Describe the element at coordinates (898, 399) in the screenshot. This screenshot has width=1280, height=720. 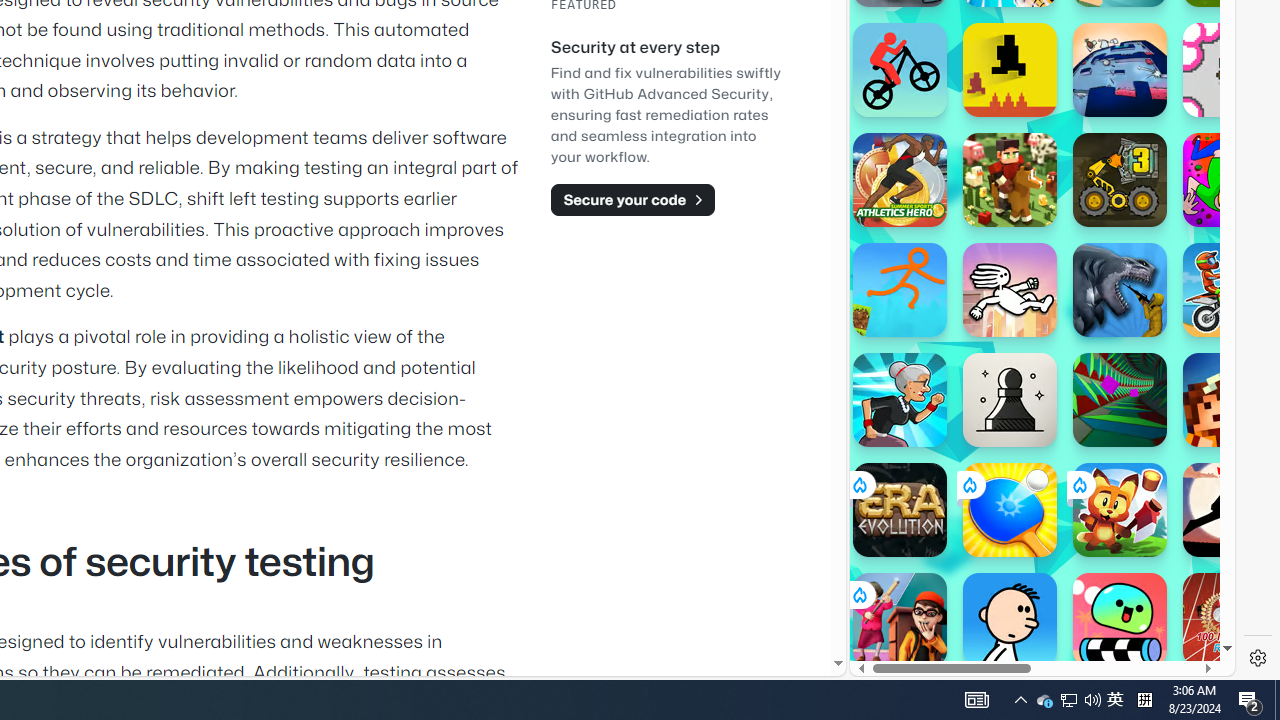
I see `'Angry Gran Run'` at that location.